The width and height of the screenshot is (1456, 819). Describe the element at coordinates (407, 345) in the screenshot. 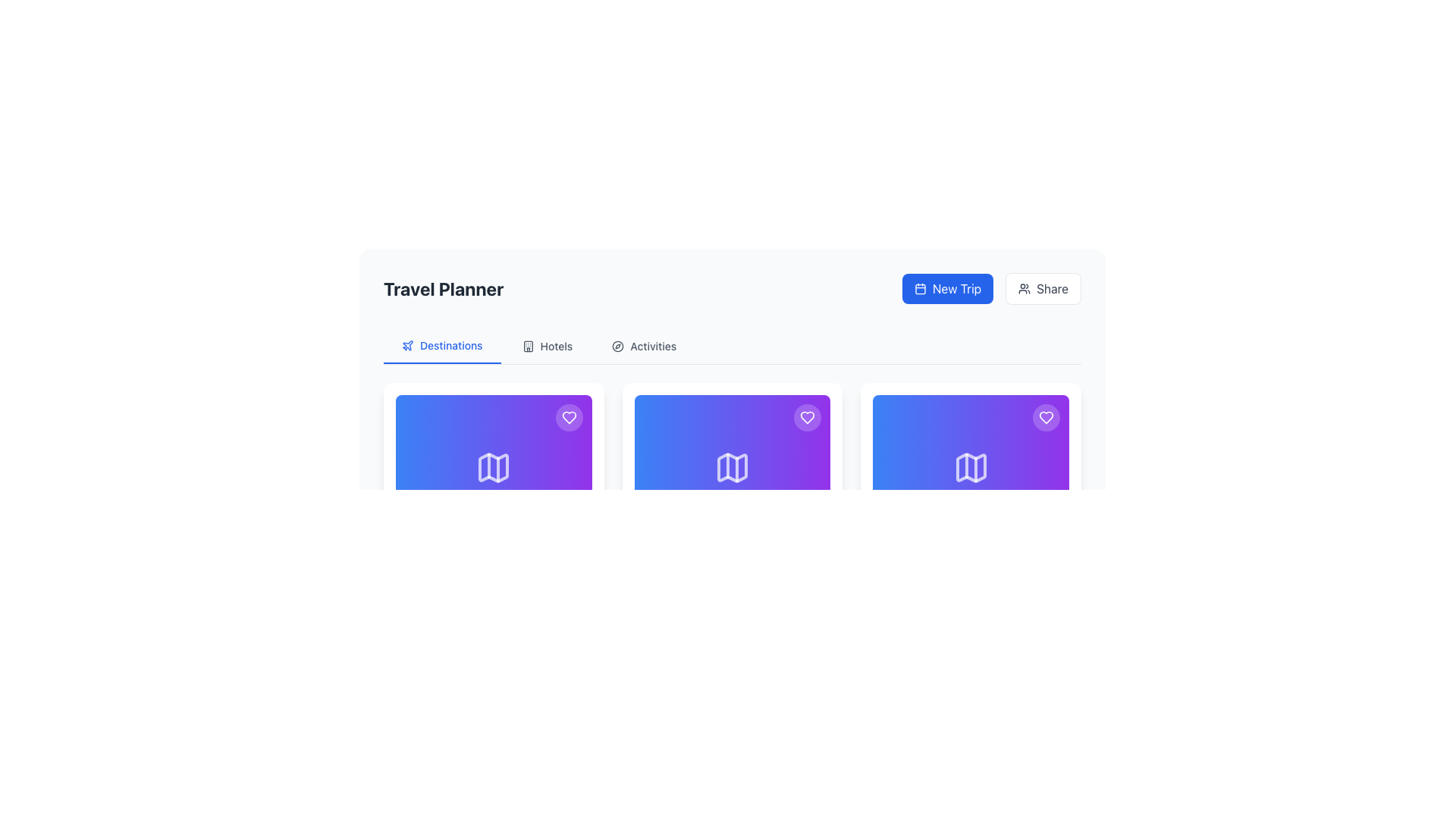

I see `the 'Destinations' navigation tab icon, located to the left of the text label 'Destinations' within the navigation bar` at that location.